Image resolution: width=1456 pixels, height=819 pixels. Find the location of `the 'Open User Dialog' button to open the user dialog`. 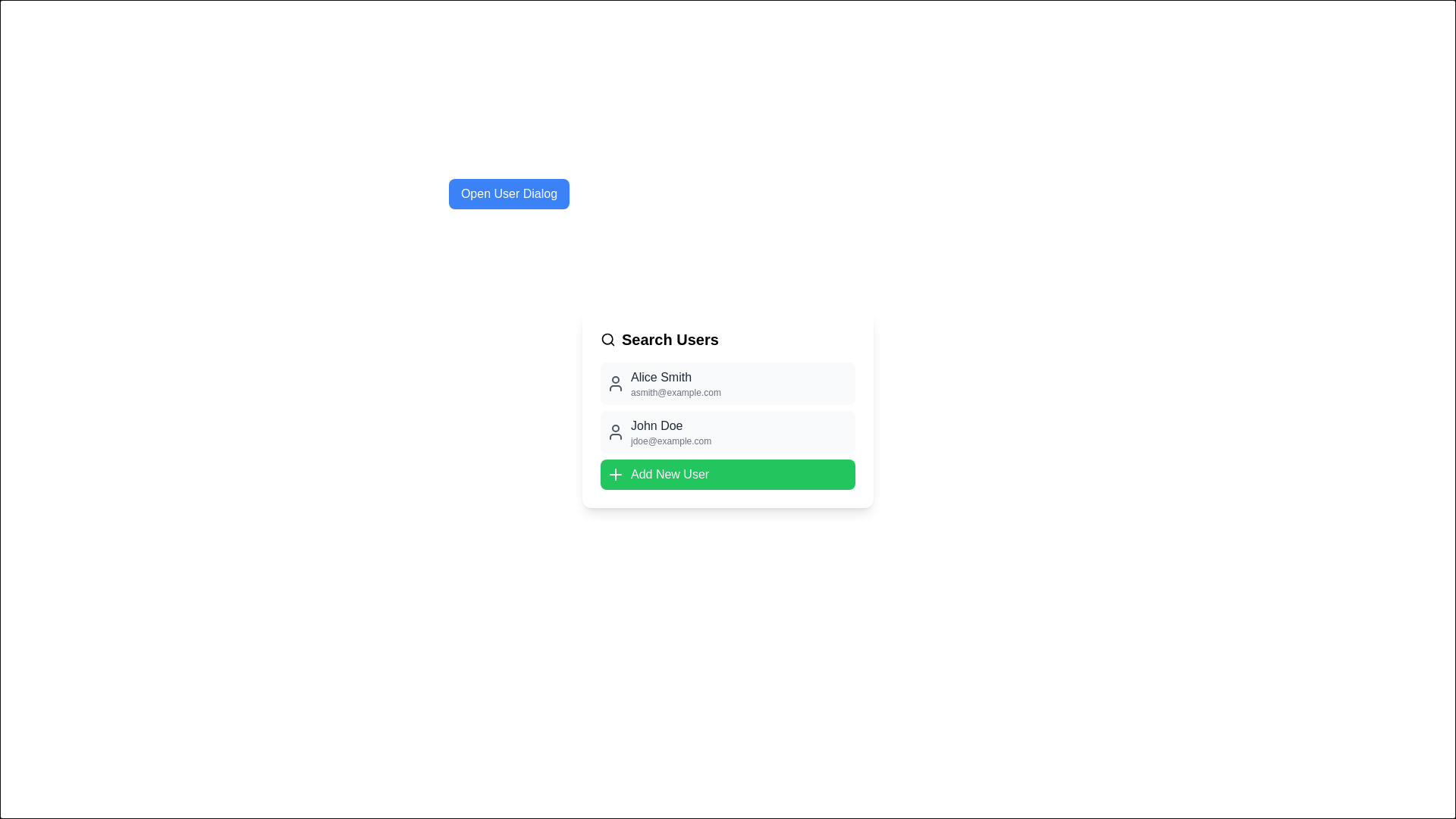

the 'Open User Dialog' button to open the user dialog is located at coordinates (509, 193).